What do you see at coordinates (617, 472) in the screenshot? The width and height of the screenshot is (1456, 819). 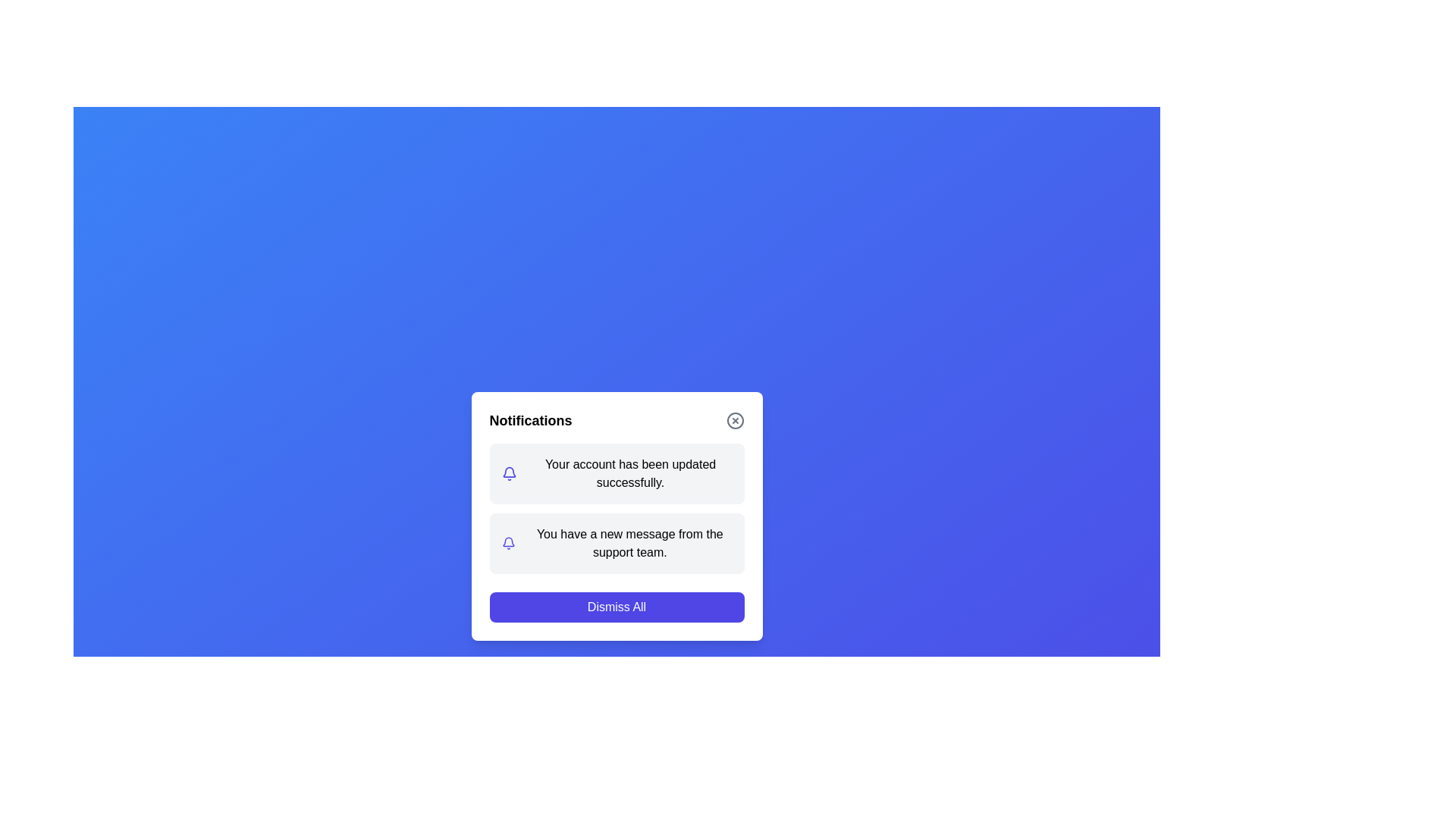 I see `the update by clicking on the first notification item in the notification panel that confirms a successful update to the user's account` at bounding box center [617, 472].